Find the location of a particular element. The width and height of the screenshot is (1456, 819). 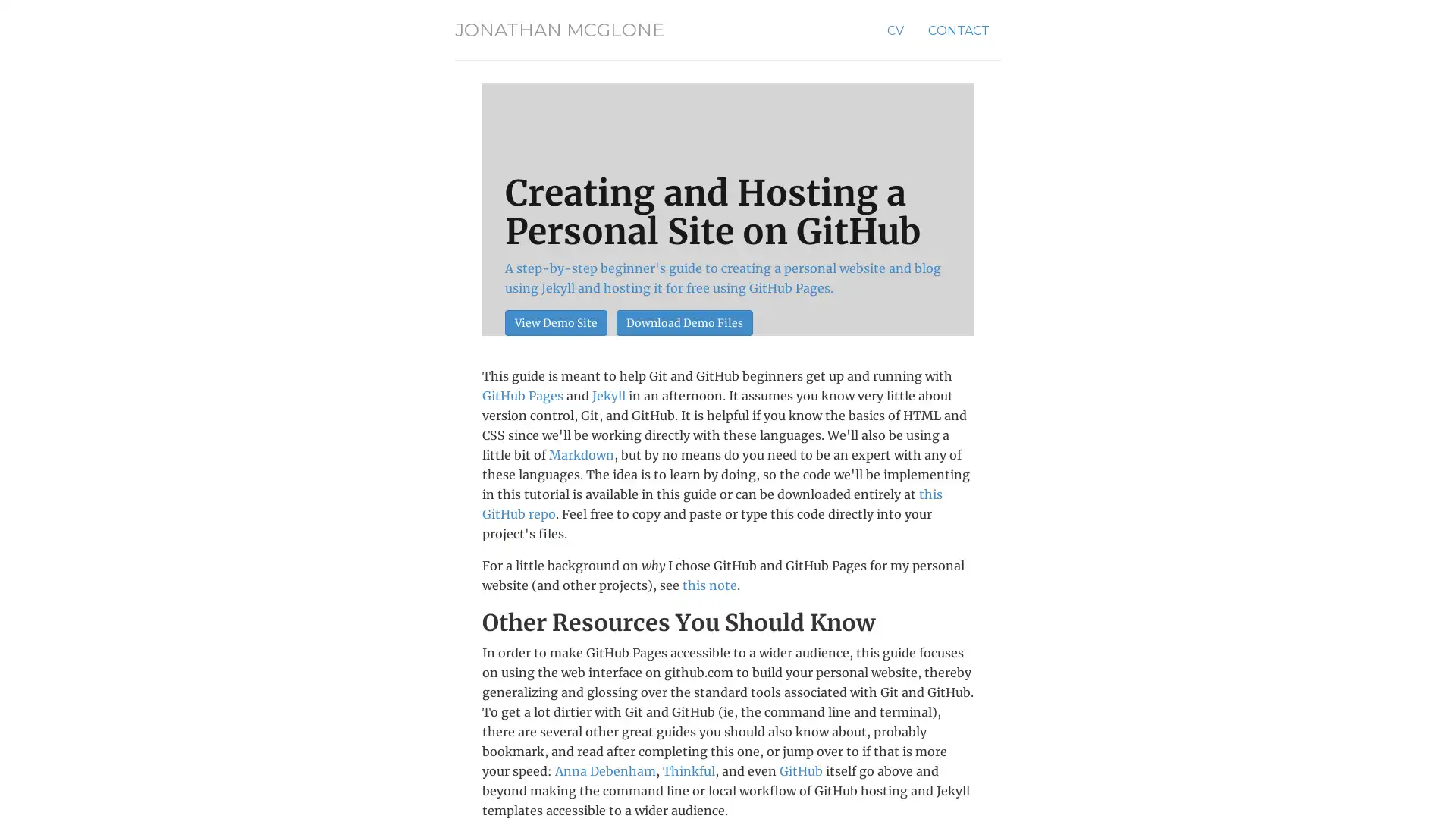

Download Demo Files is located at coordinates (683, 322).